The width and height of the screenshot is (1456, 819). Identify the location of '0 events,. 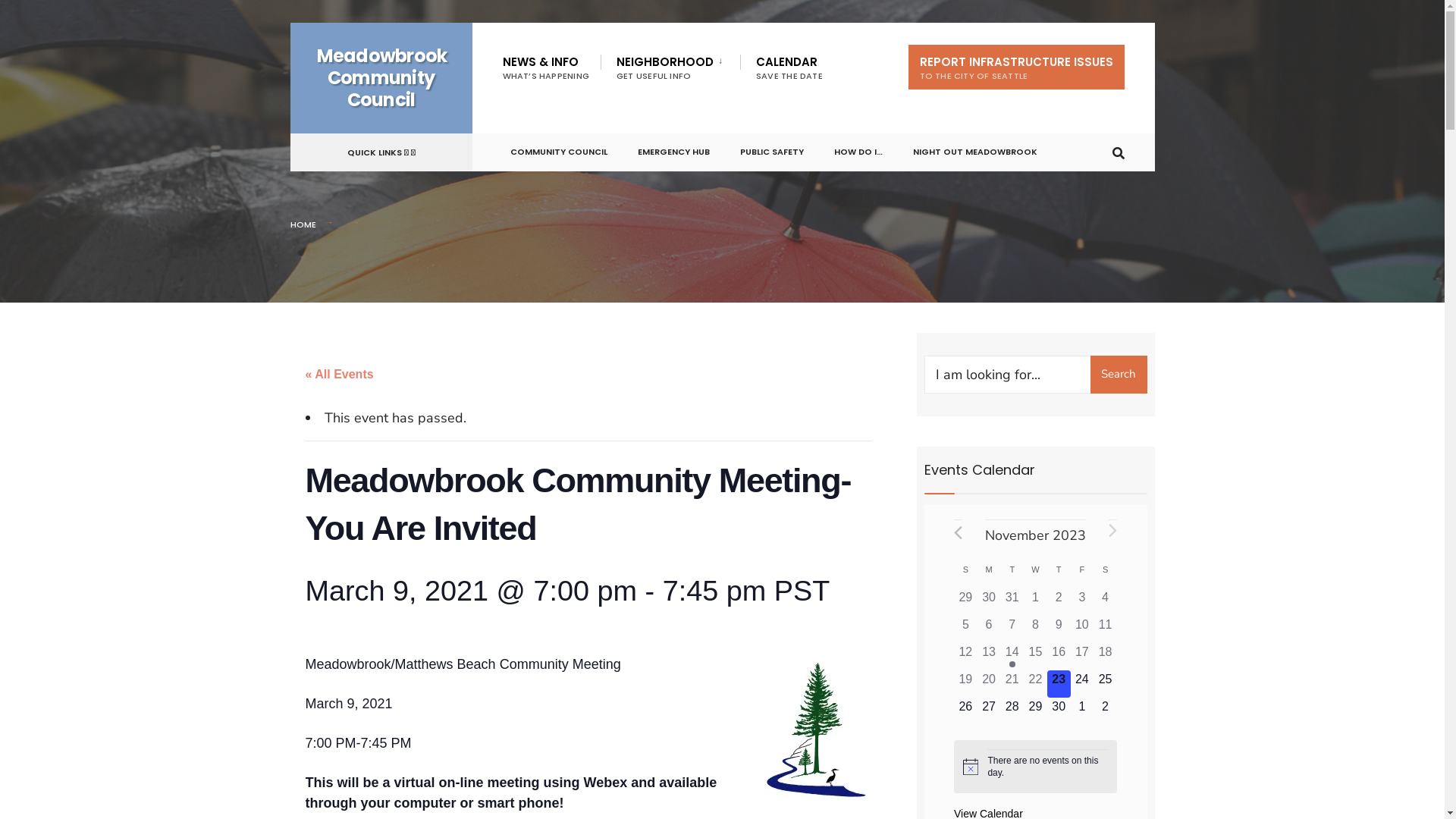
(989, 684).